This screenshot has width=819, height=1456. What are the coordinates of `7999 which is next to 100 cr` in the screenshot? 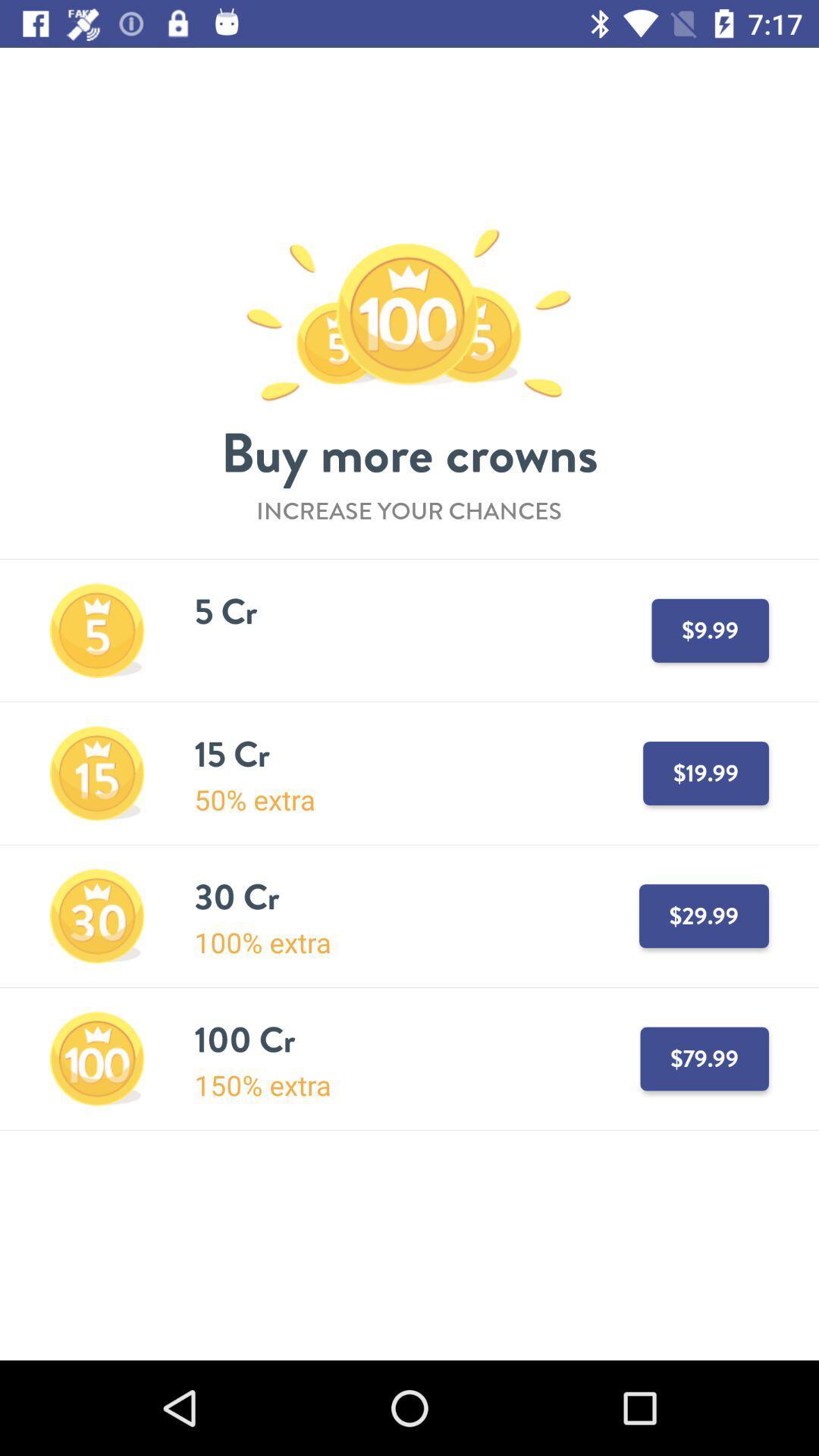 It's located at (704, 1058).